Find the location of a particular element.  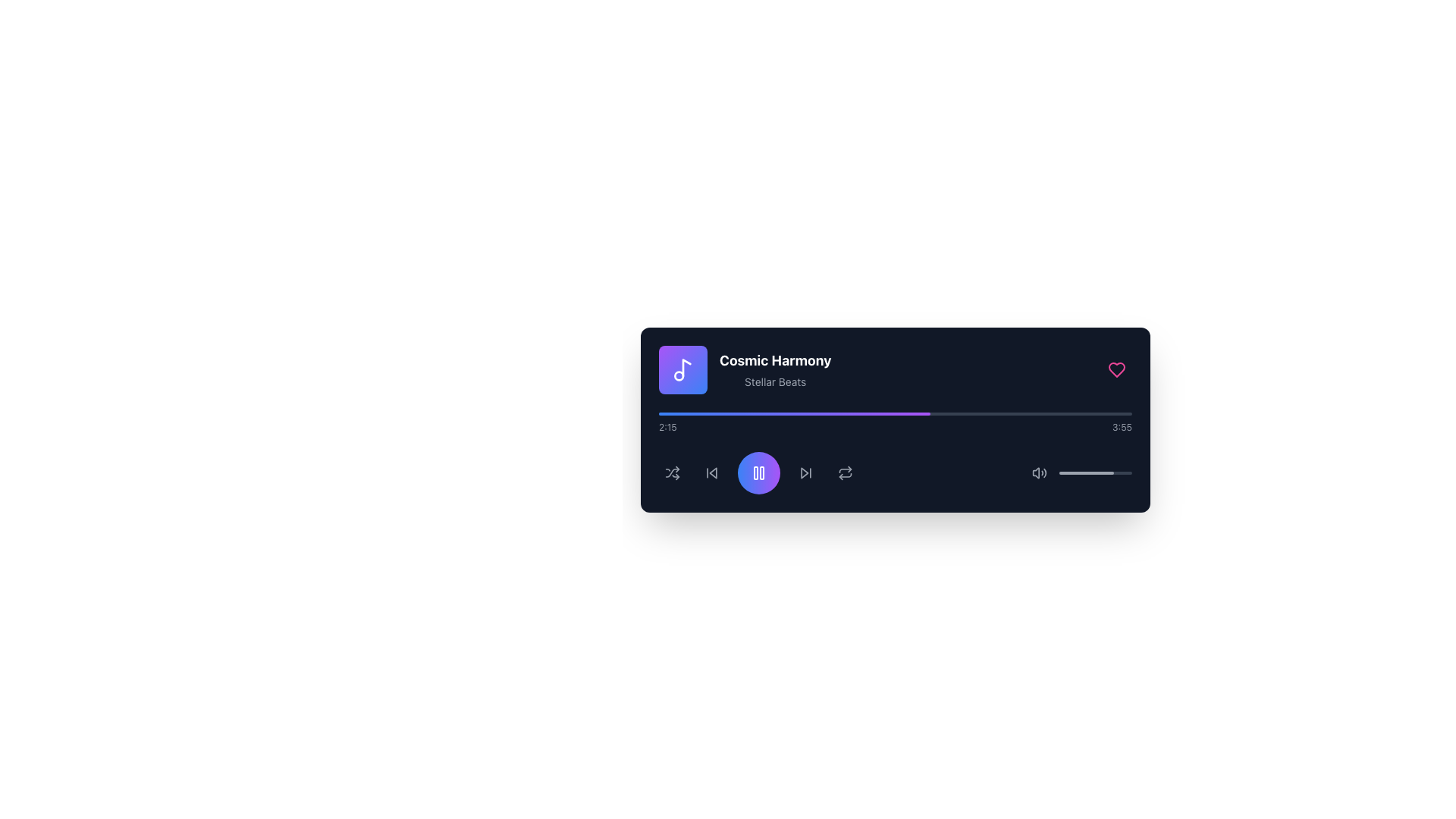

the volume slider is located at coordinates (1076, 472).